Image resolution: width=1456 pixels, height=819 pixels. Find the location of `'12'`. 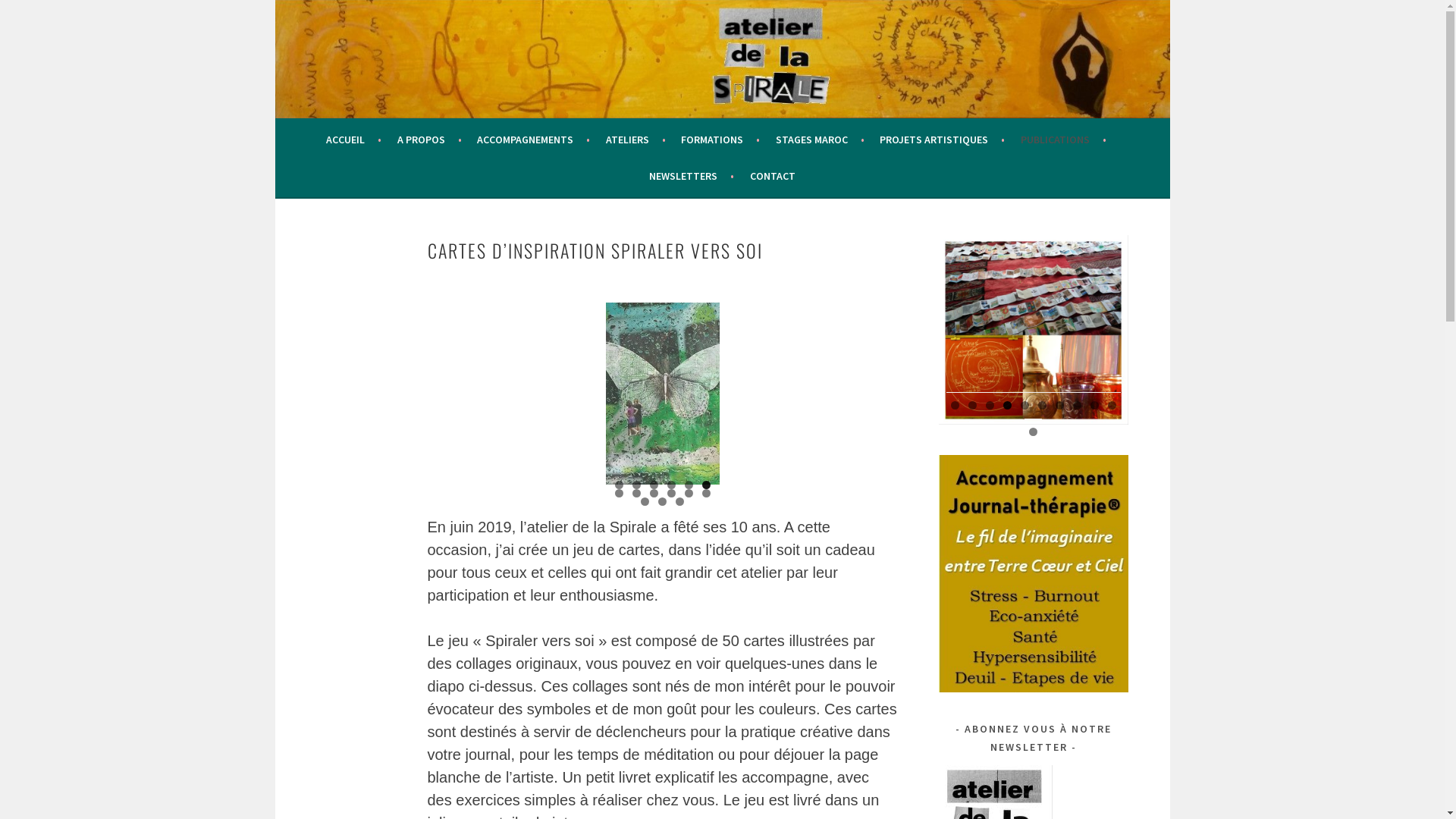

'12' is located at coordinates (705, 493).